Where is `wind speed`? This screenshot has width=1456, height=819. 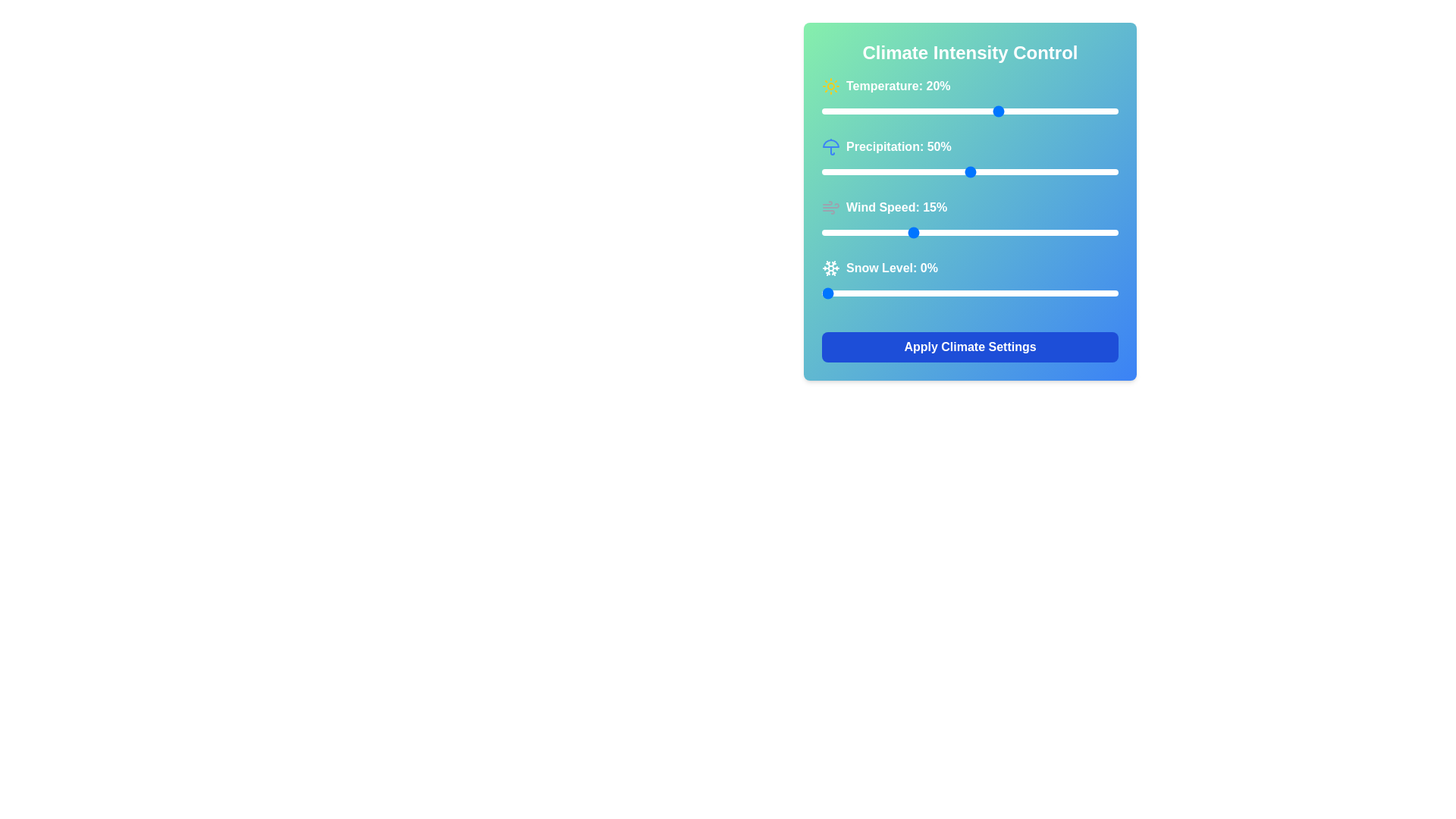
wind speed is located at coordinates (1046, 233).